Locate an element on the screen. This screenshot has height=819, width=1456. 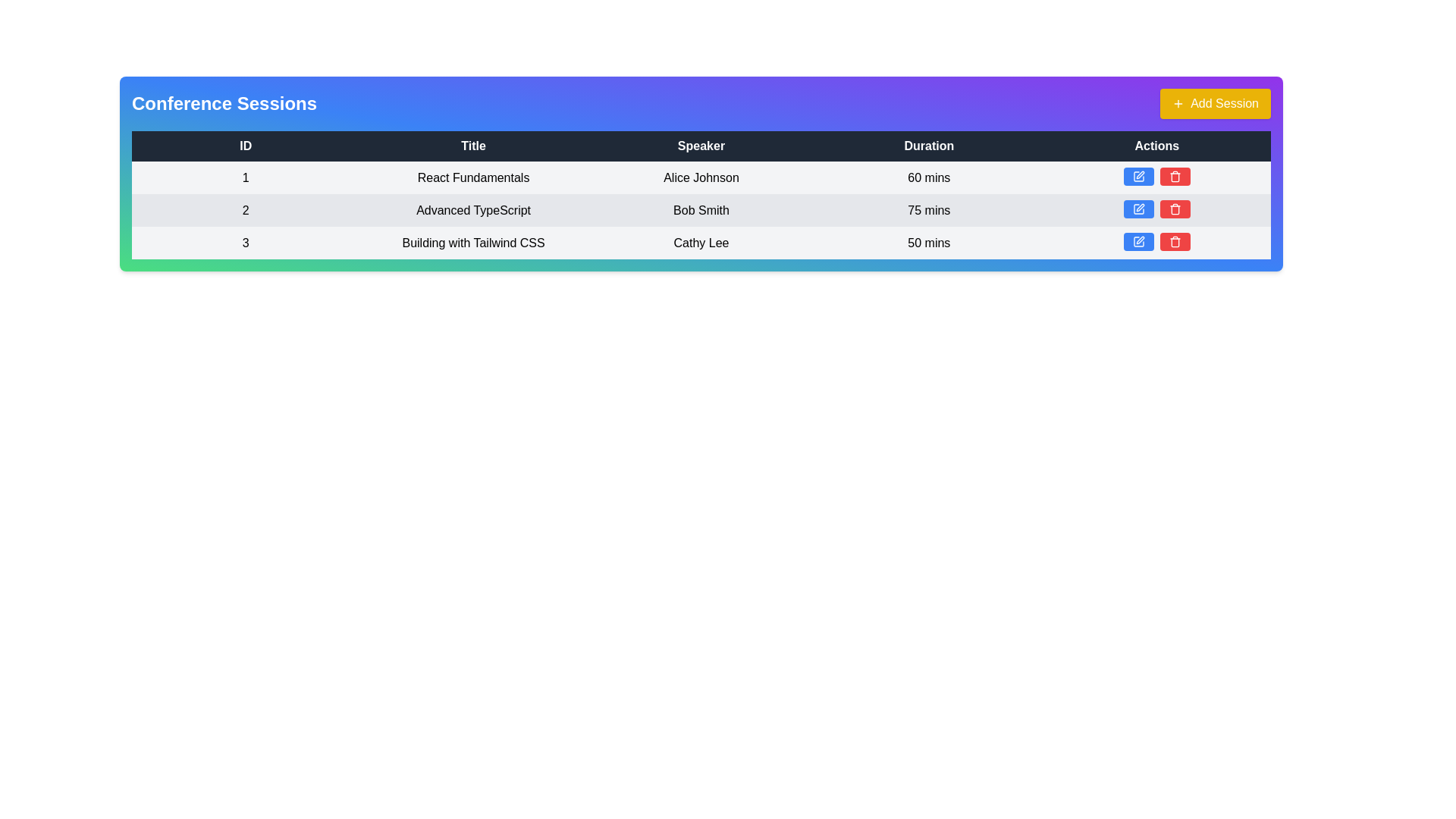
the session details by clicking on the text 'Advanced TypeScript' located in the second column of the second row of the table is located at coordinates (472, 210).